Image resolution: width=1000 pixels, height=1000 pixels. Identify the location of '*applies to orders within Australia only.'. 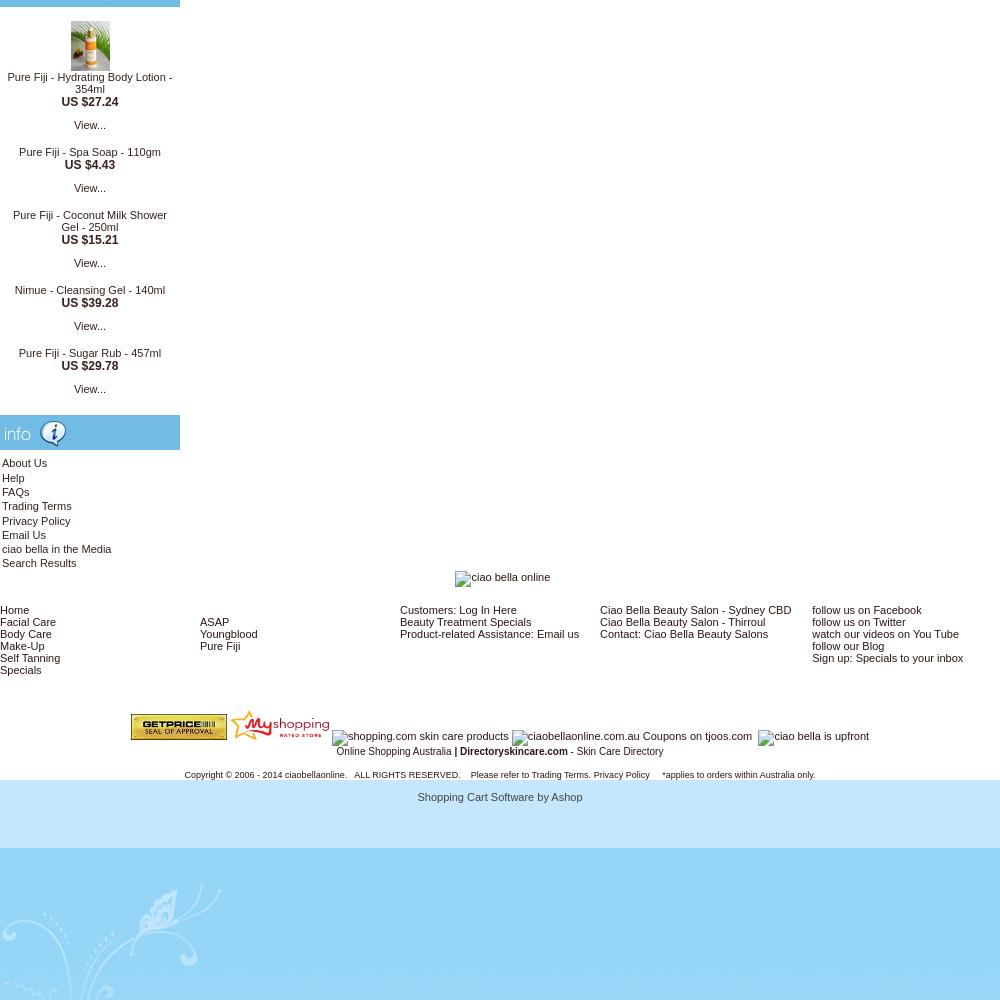
(649, 774).